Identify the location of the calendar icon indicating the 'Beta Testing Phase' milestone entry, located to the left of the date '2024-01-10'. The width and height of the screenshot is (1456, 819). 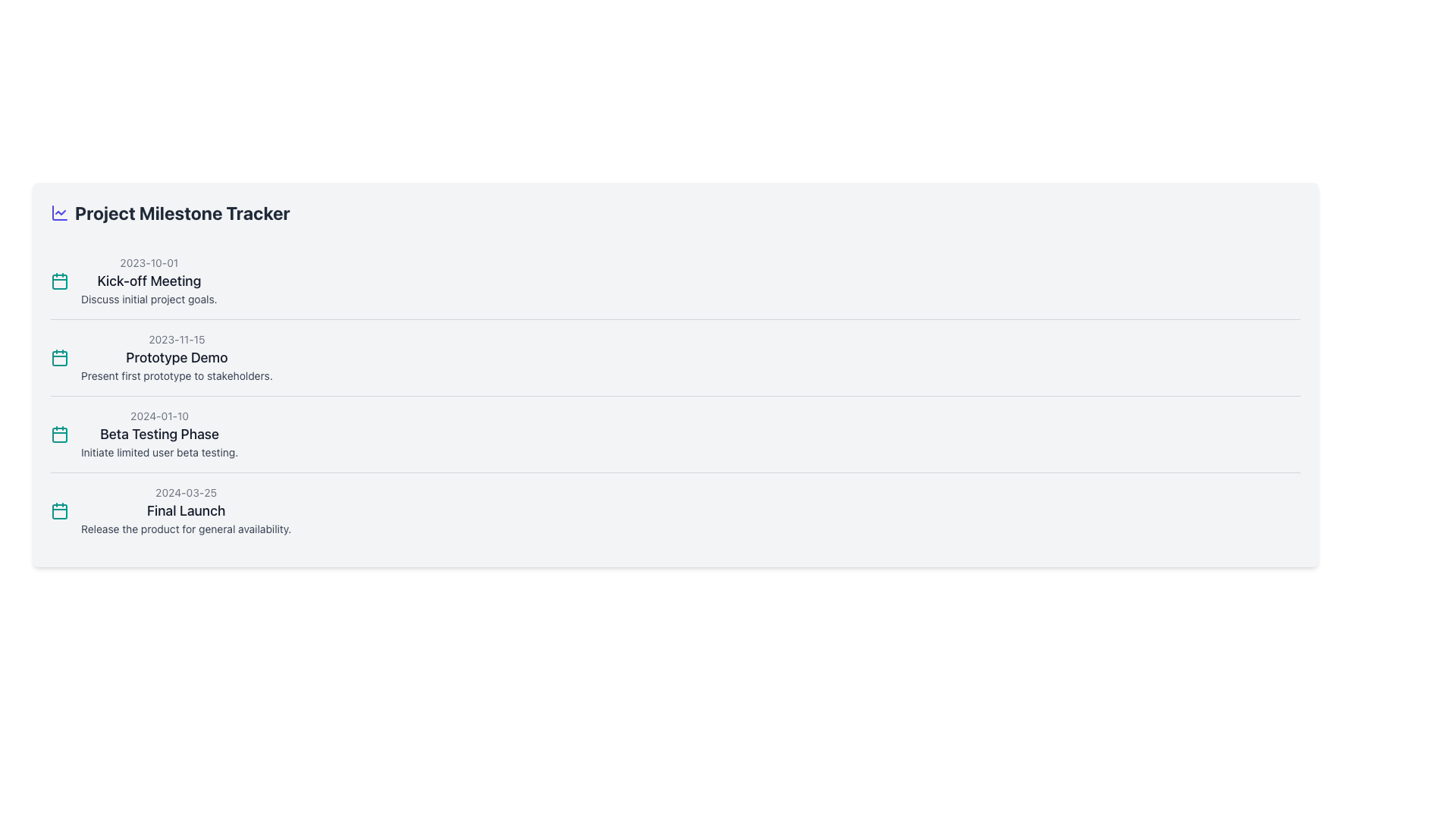
(59, 435).